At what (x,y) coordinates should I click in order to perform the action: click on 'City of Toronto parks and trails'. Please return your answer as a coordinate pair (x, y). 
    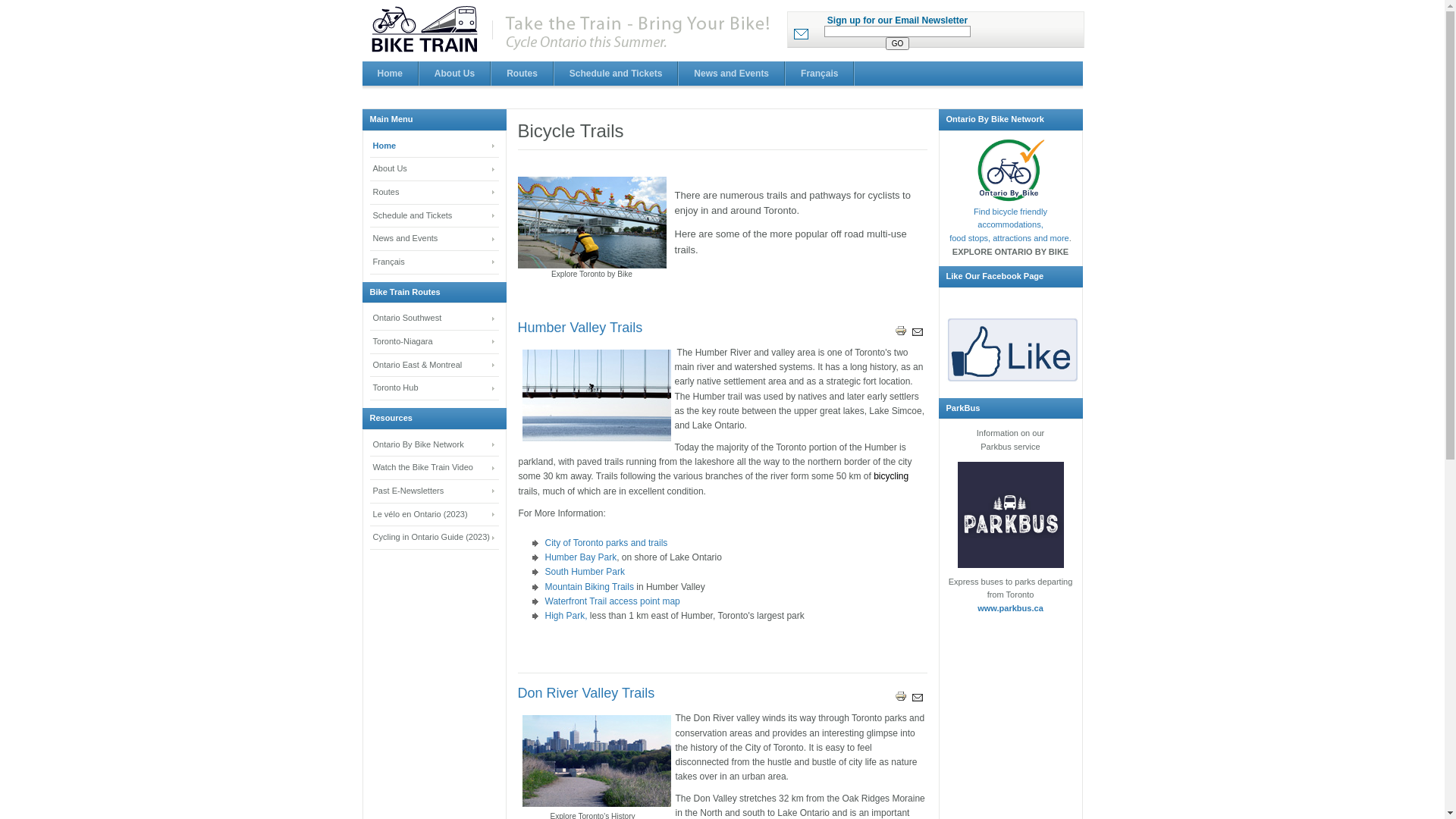
    Looking at the image, I should click on (604, 542).